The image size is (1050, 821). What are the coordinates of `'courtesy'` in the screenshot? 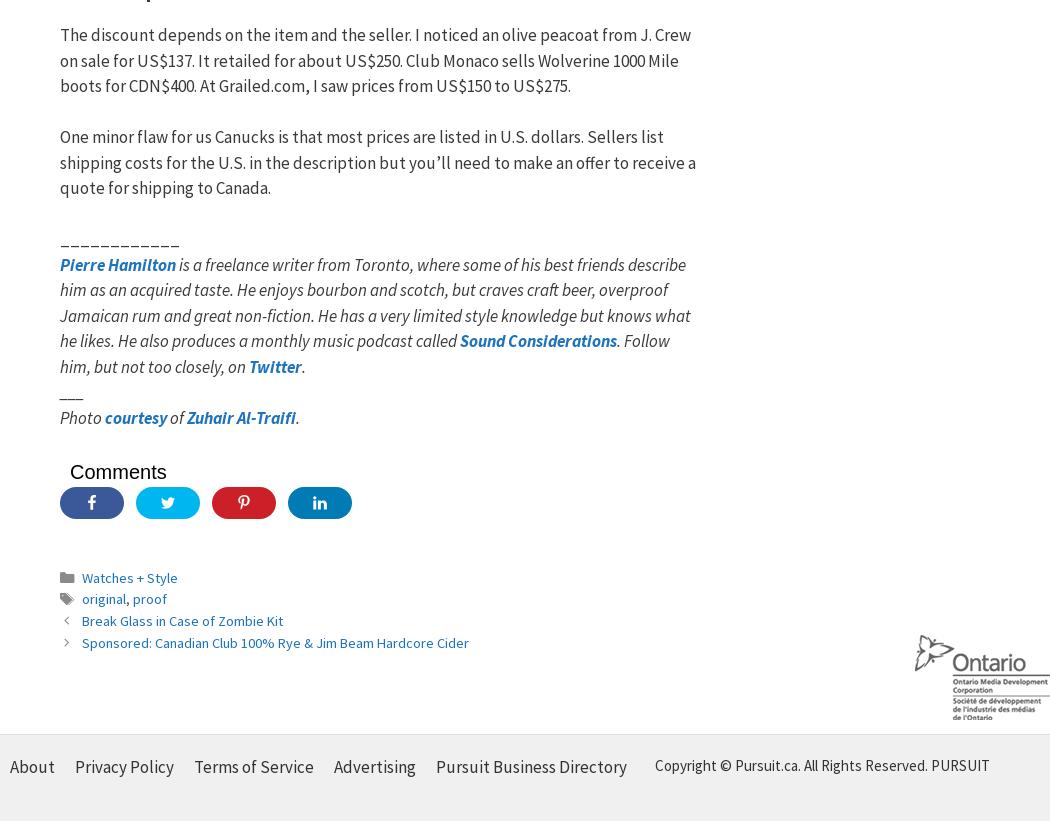 It's located at (134, 416).